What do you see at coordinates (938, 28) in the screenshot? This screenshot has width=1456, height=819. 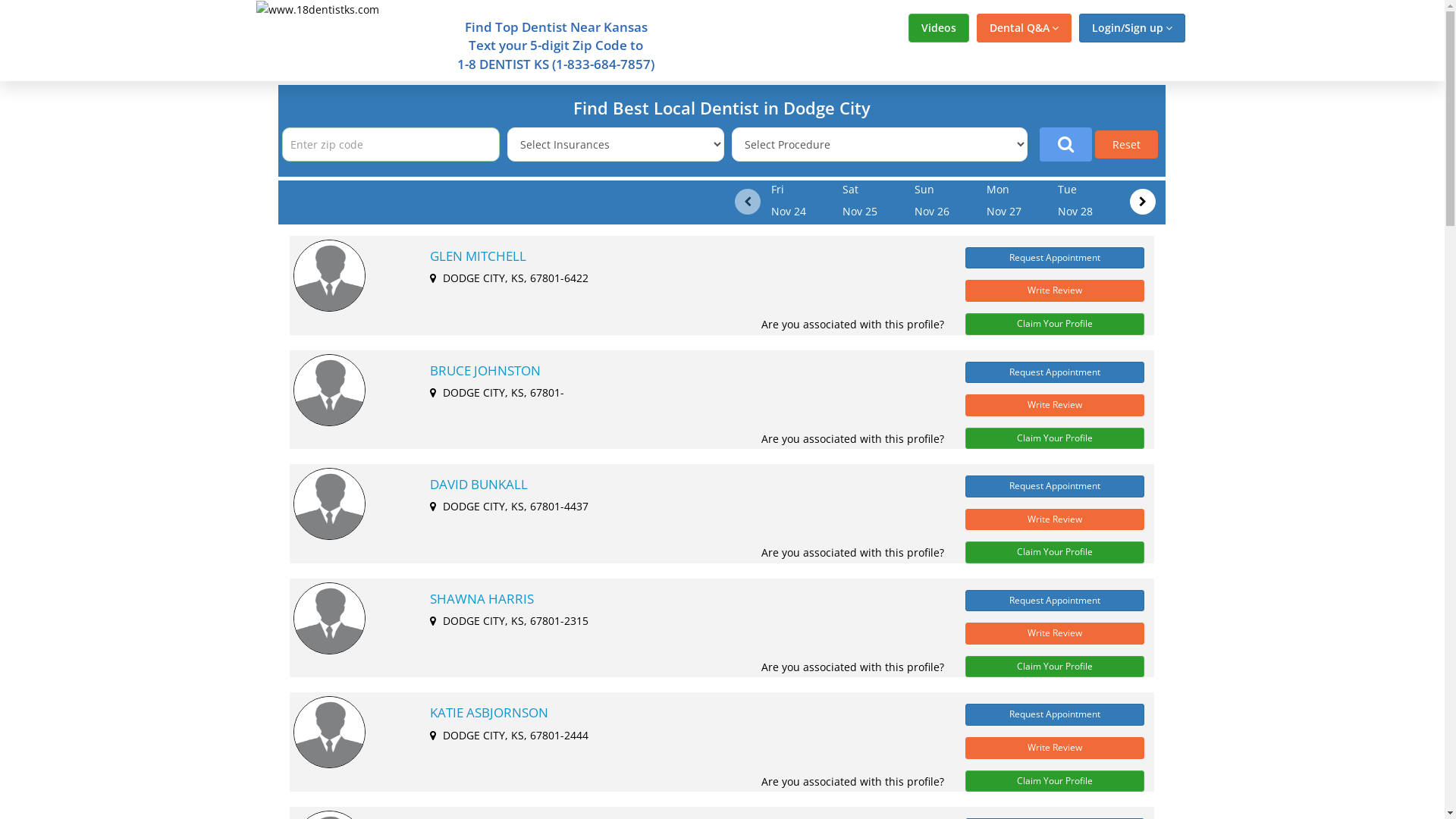 I see `'Videos'` at bounding box center [938, 28].